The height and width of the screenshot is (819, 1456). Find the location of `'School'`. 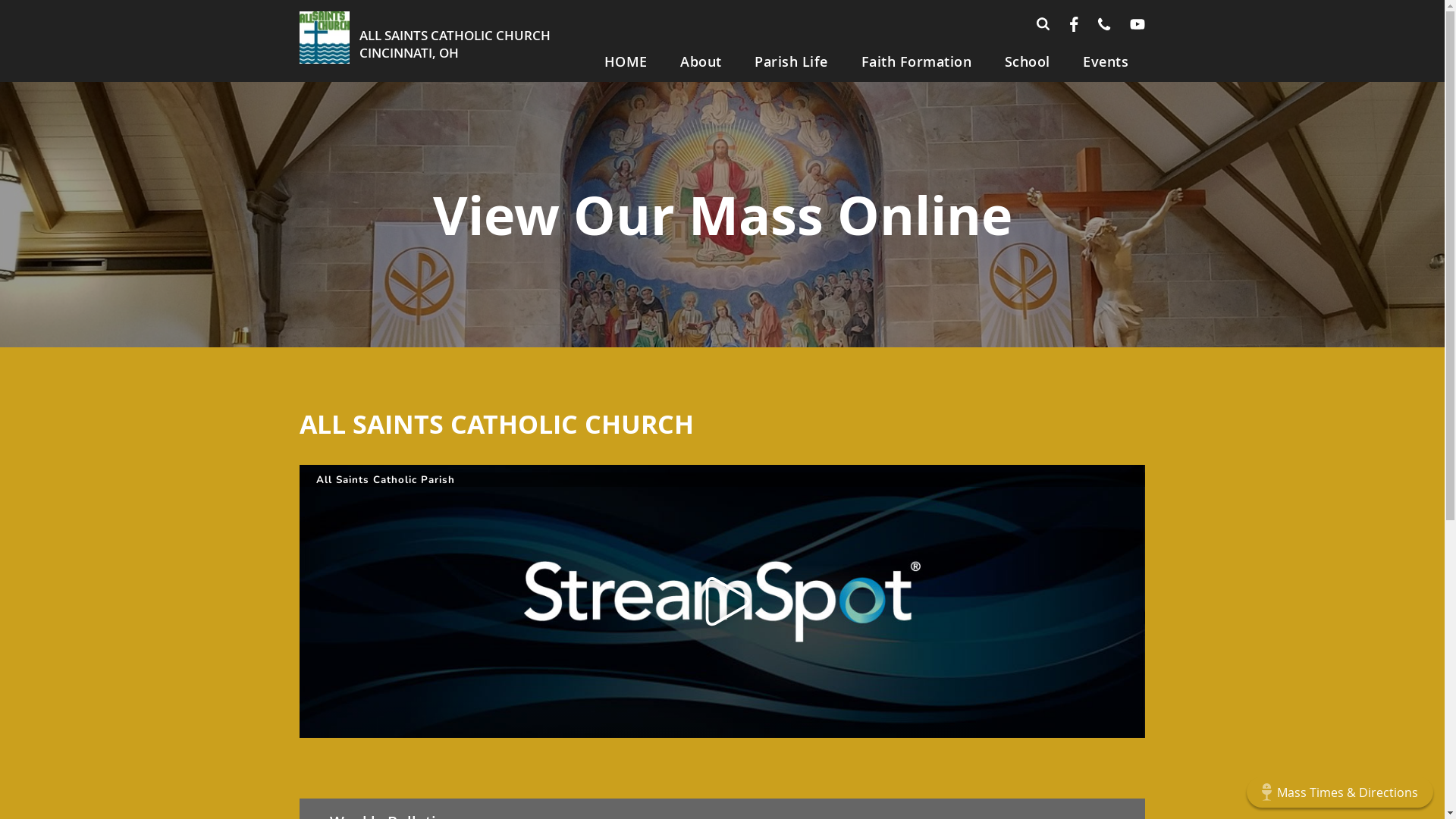

'School' is located at coordinates (987, 61).